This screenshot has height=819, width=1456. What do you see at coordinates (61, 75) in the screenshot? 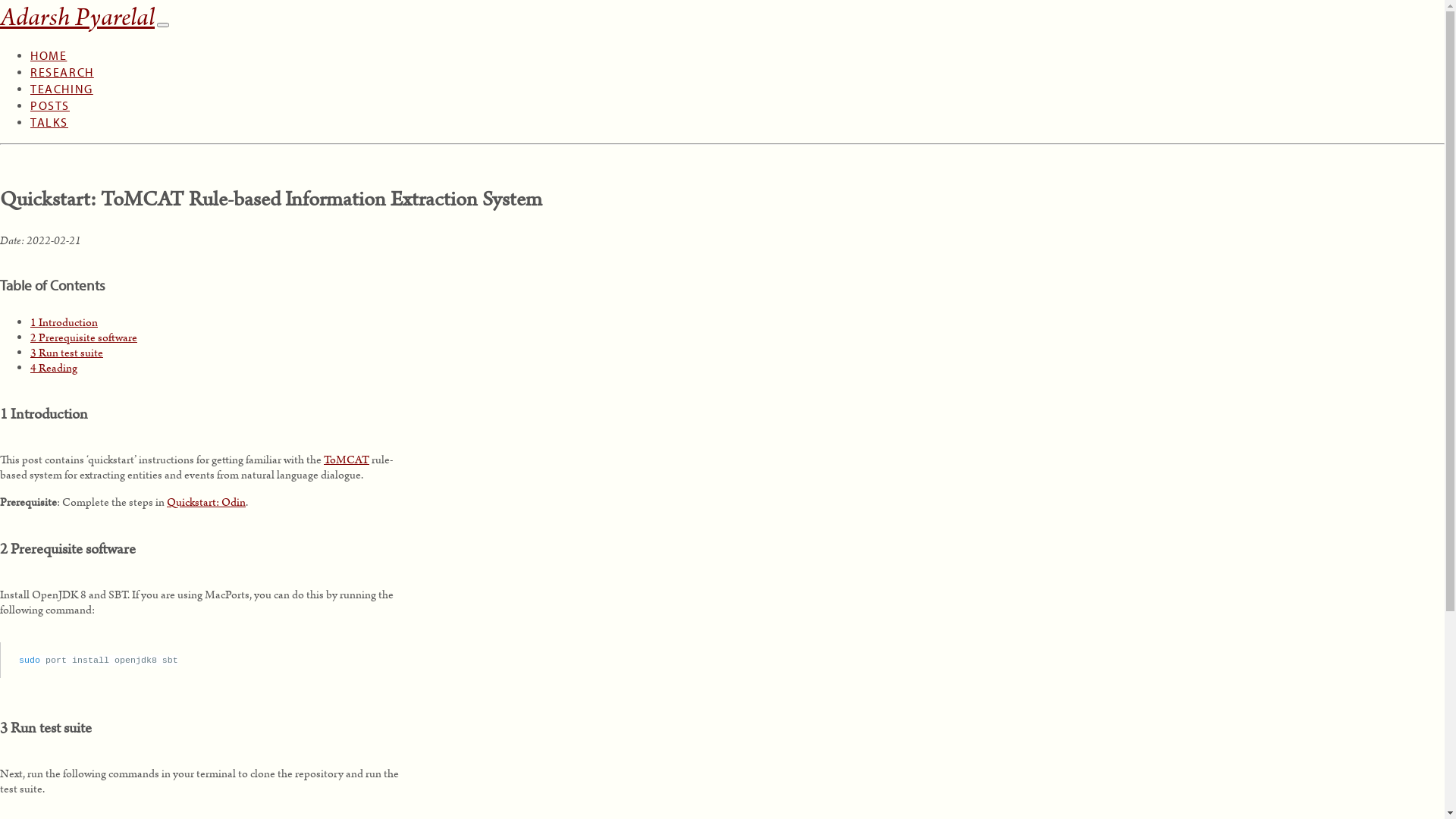
I see `'TEACHING'` at bounding box center [61, 75].